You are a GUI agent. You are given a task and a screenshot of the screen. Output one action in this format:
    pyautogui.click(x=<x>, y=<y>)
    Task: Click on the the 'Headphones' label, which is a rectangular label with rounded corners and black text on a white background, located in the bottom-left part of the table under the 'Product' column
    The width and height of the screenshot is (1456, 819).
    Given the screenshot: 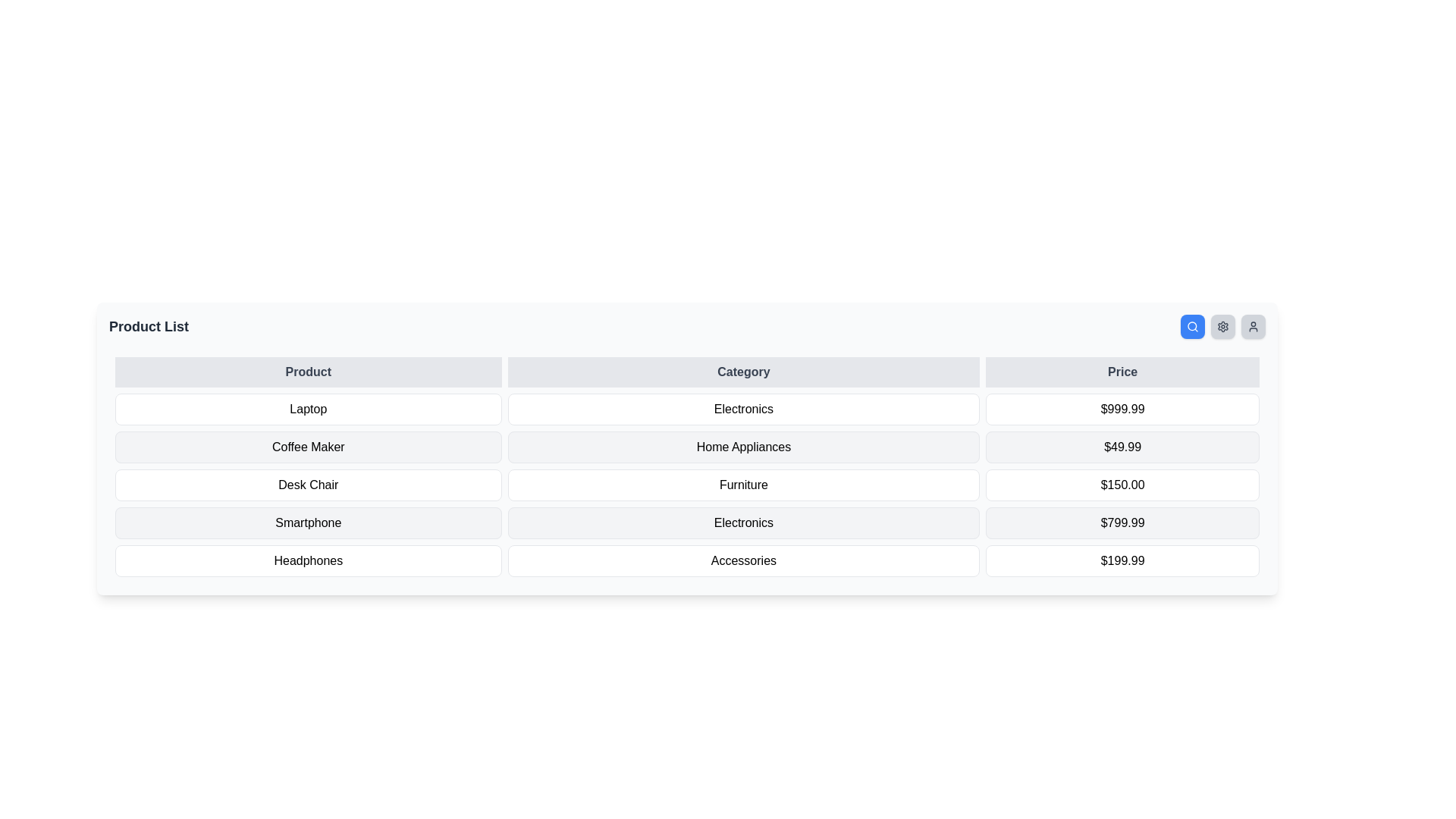 What is the action you would take?
    pyautogui.click(x=307, y=561)
    